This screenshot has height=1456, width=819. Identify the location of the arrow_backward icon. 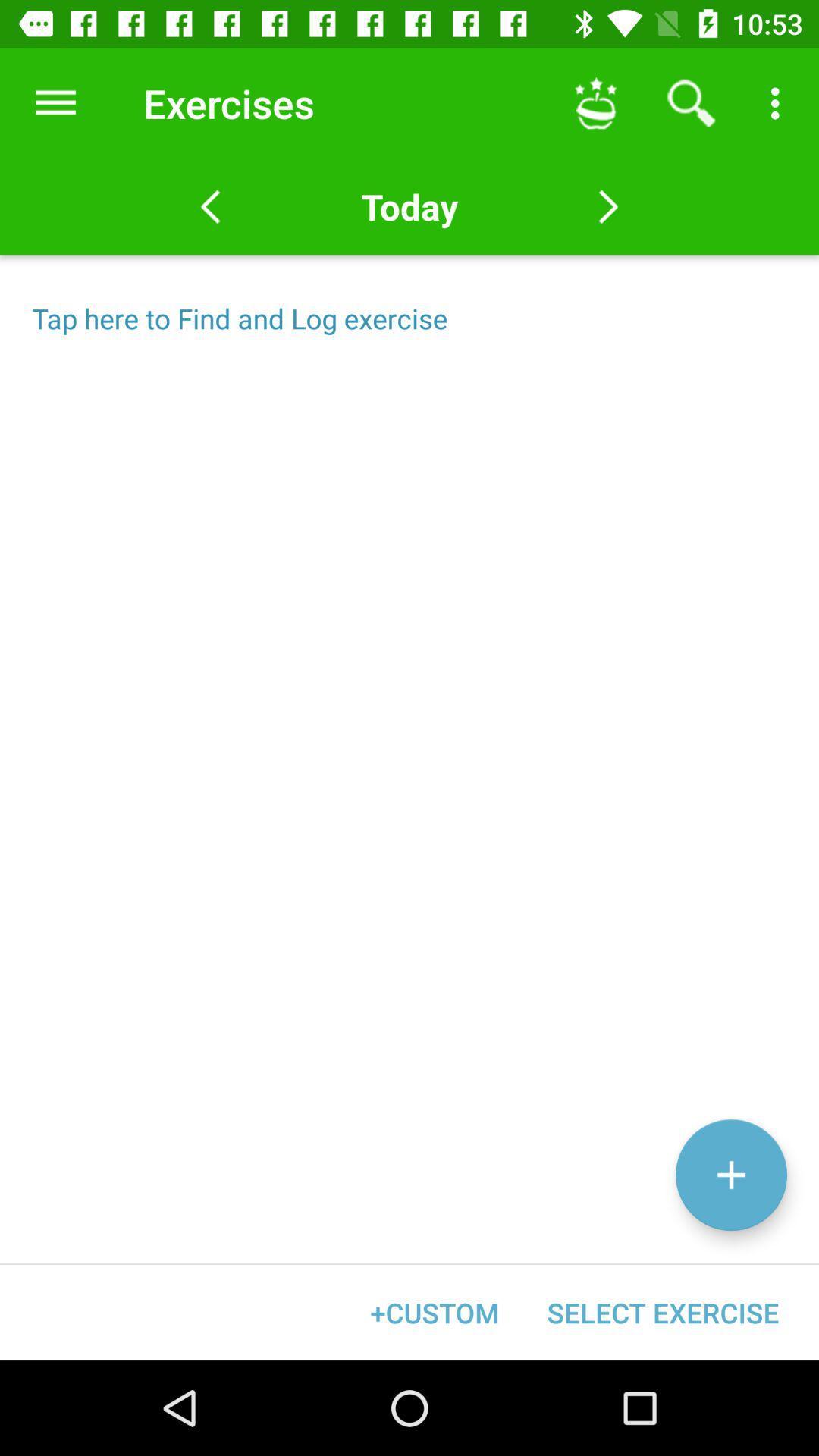
(210, 206).